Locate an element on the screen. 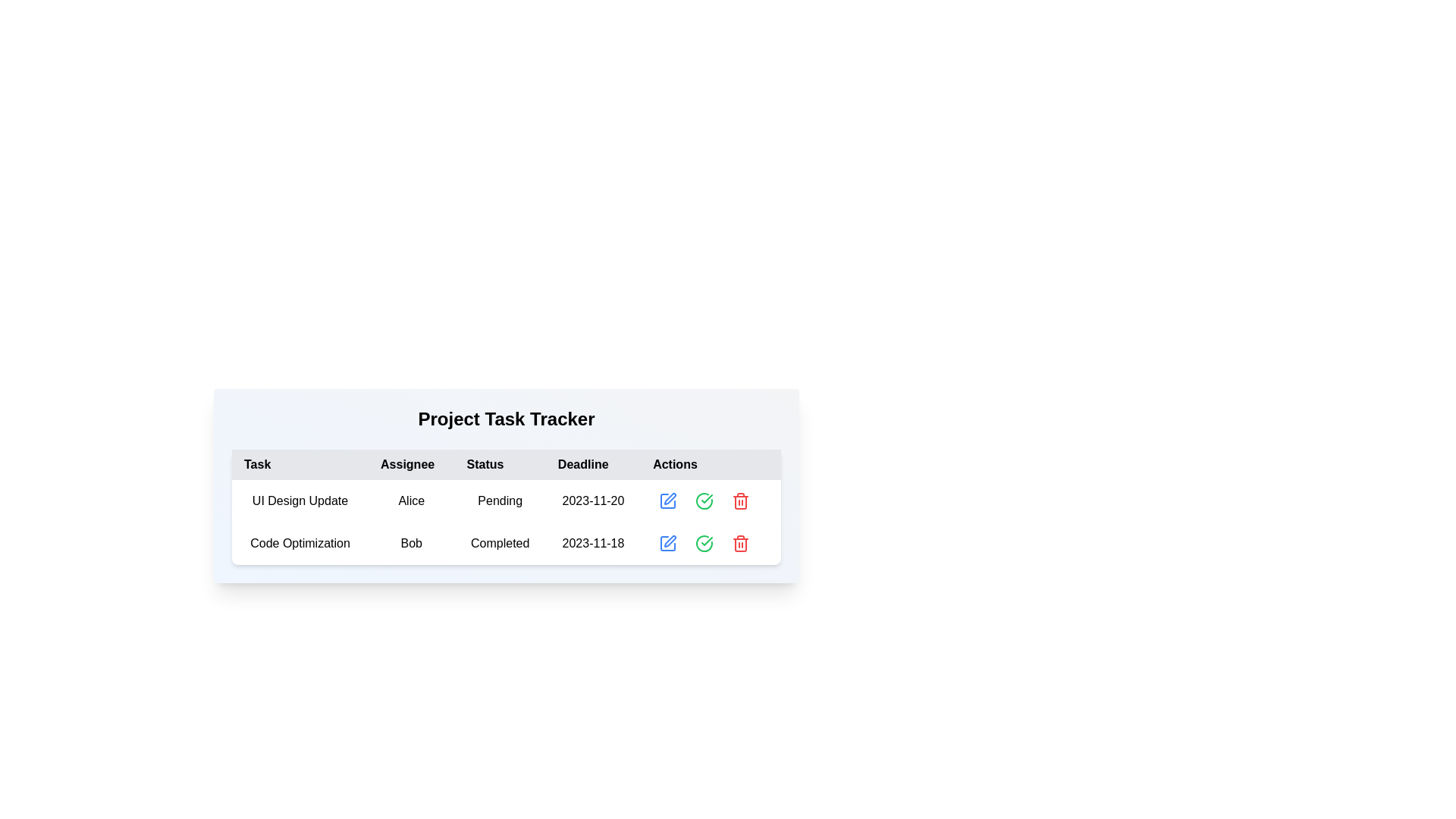  the green circular checkmark icon in the 'Actions' column for the 'Code Optimization' task is located at coordinates (704, 543).